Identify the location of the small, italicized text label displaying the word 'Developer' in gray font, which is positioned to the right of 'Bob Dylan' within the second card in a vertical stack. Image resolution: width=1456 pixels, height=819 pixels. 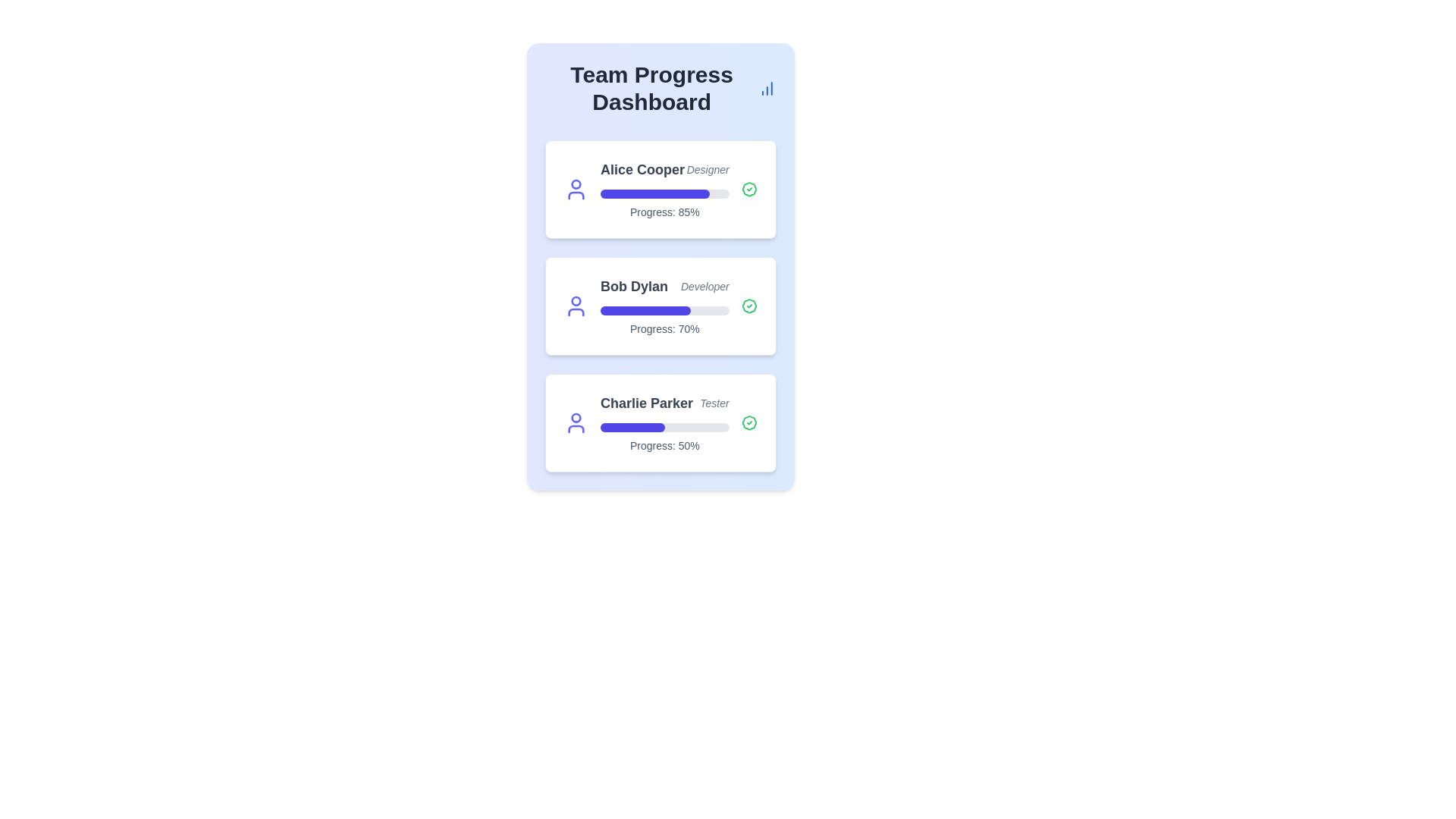
(704, 287).